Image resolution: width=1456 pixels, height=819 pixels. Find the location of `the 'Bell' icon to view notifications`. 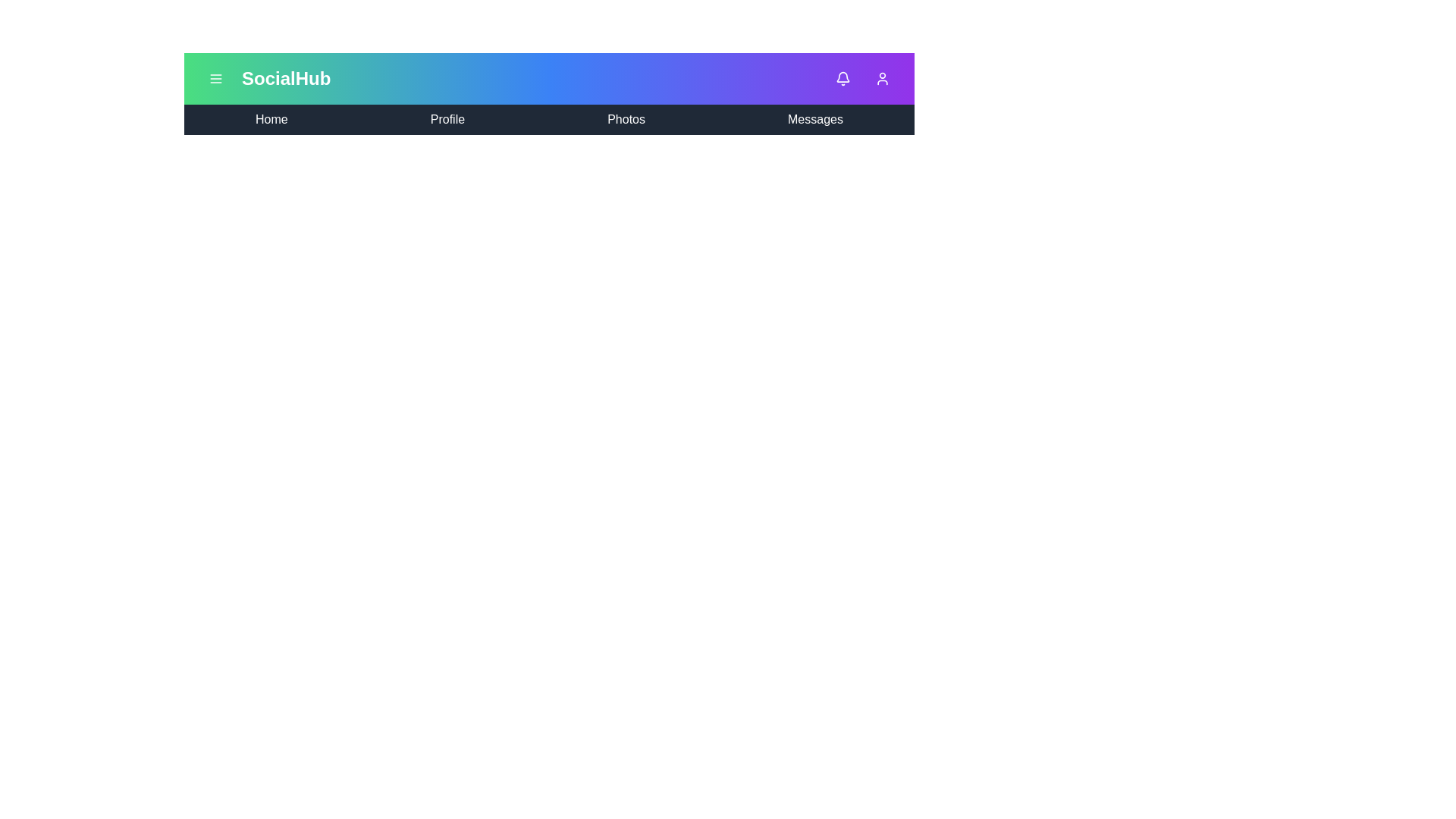

the 'Bell' icon to view notifications is located at coordinates (843, 79).